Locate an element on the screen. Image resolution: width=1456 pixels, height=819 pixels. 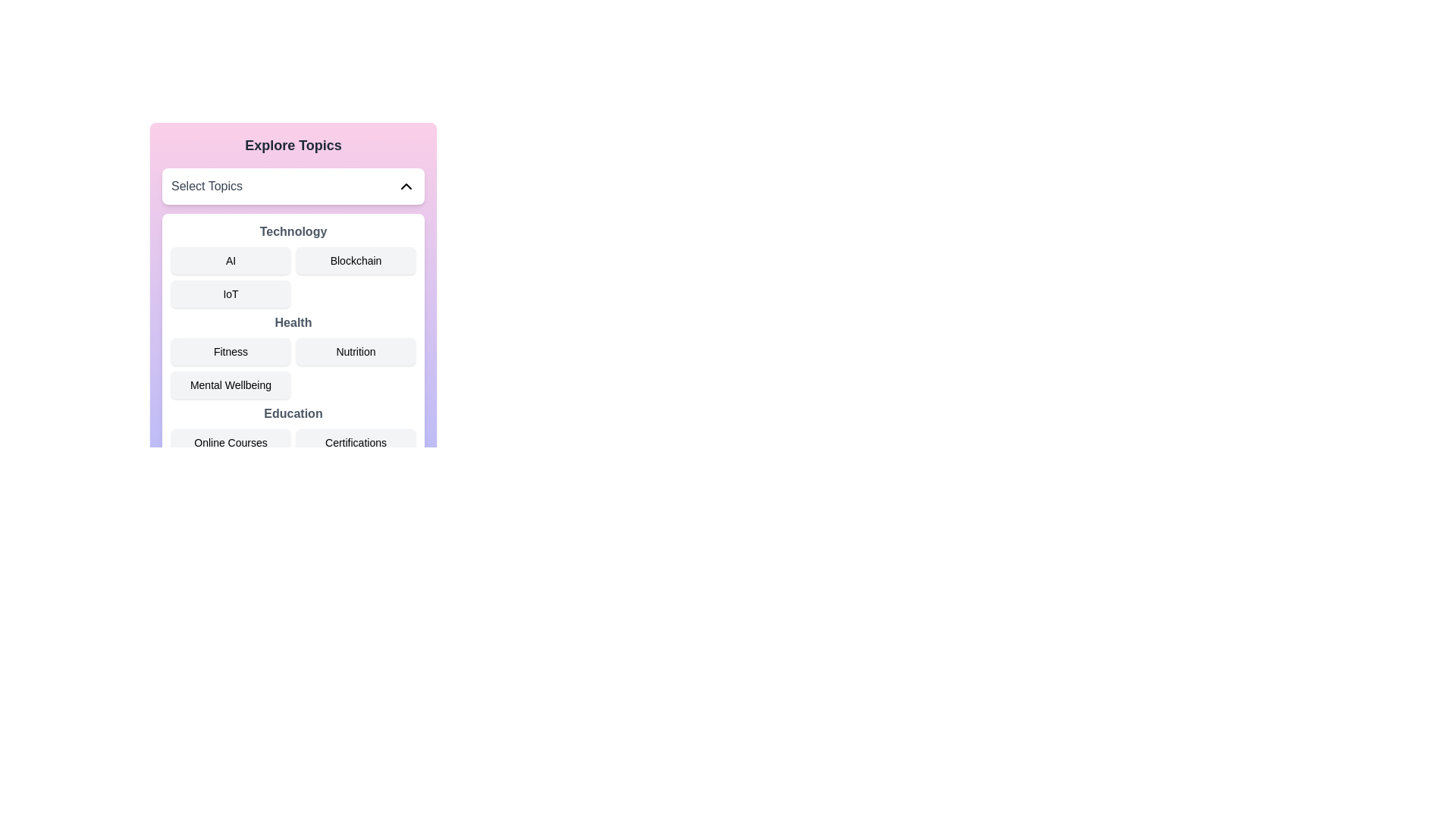
the 'Nutrition' button, which is styled as a rounded rectangle with a light gray background and centered black text is located at coordinates (355, 351).